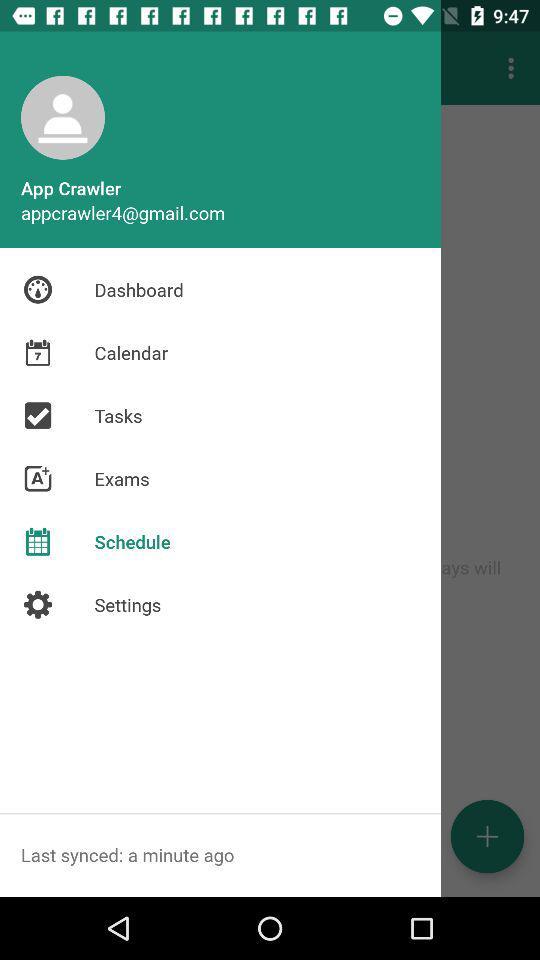 This screenshot has width=540, height=960. I want to click on the picture icon which is above the app crawler, so click(63, 117).